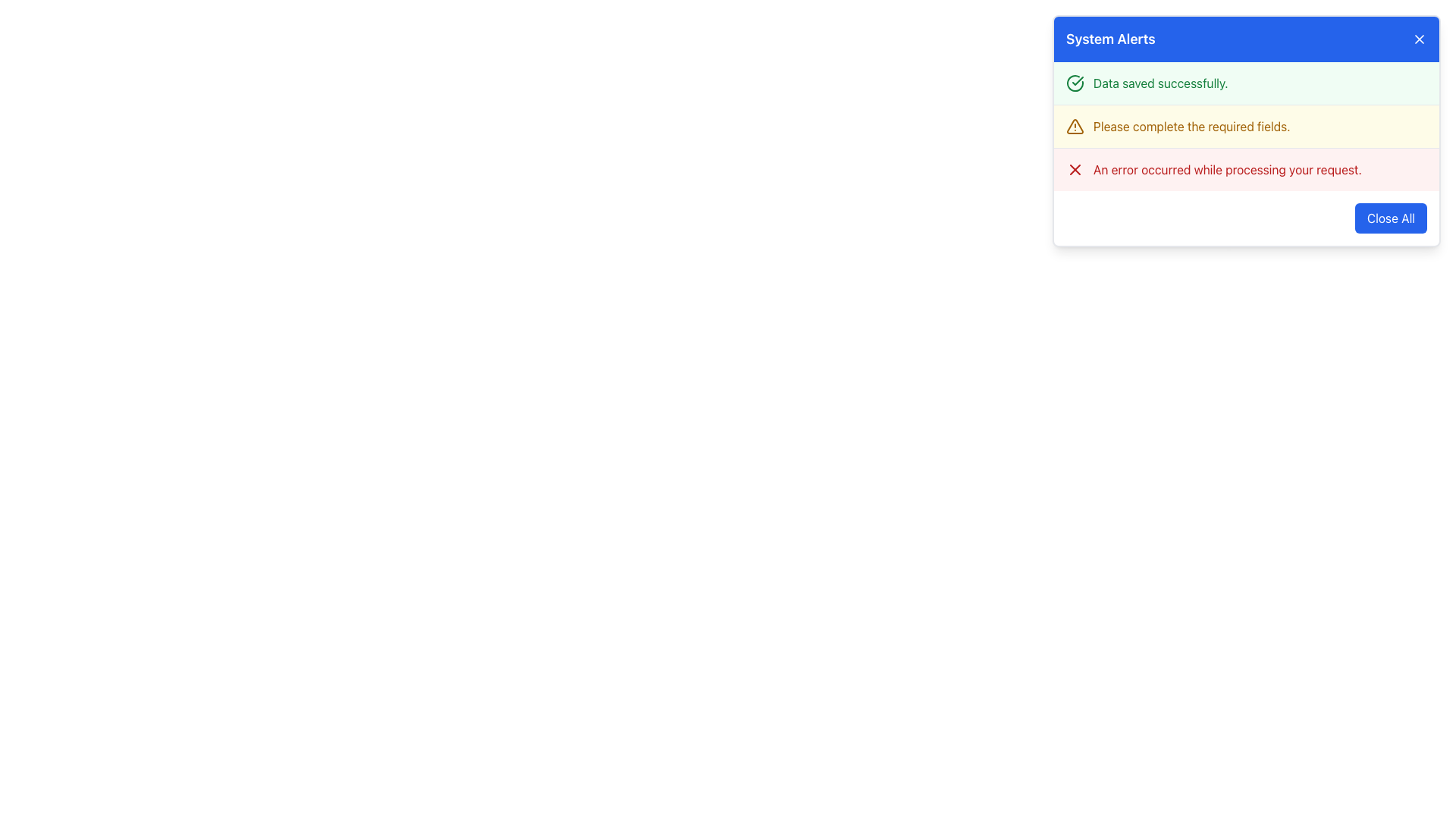 The width and height of the screenshot is (1456, 819). What do you see at coordinates (1246, 130) in the screenshot?
I see `warning message from the notification alert that has a cream-colored background and orange text stating 'Please complete the required fields.'` at bounding box center [1246, 130].